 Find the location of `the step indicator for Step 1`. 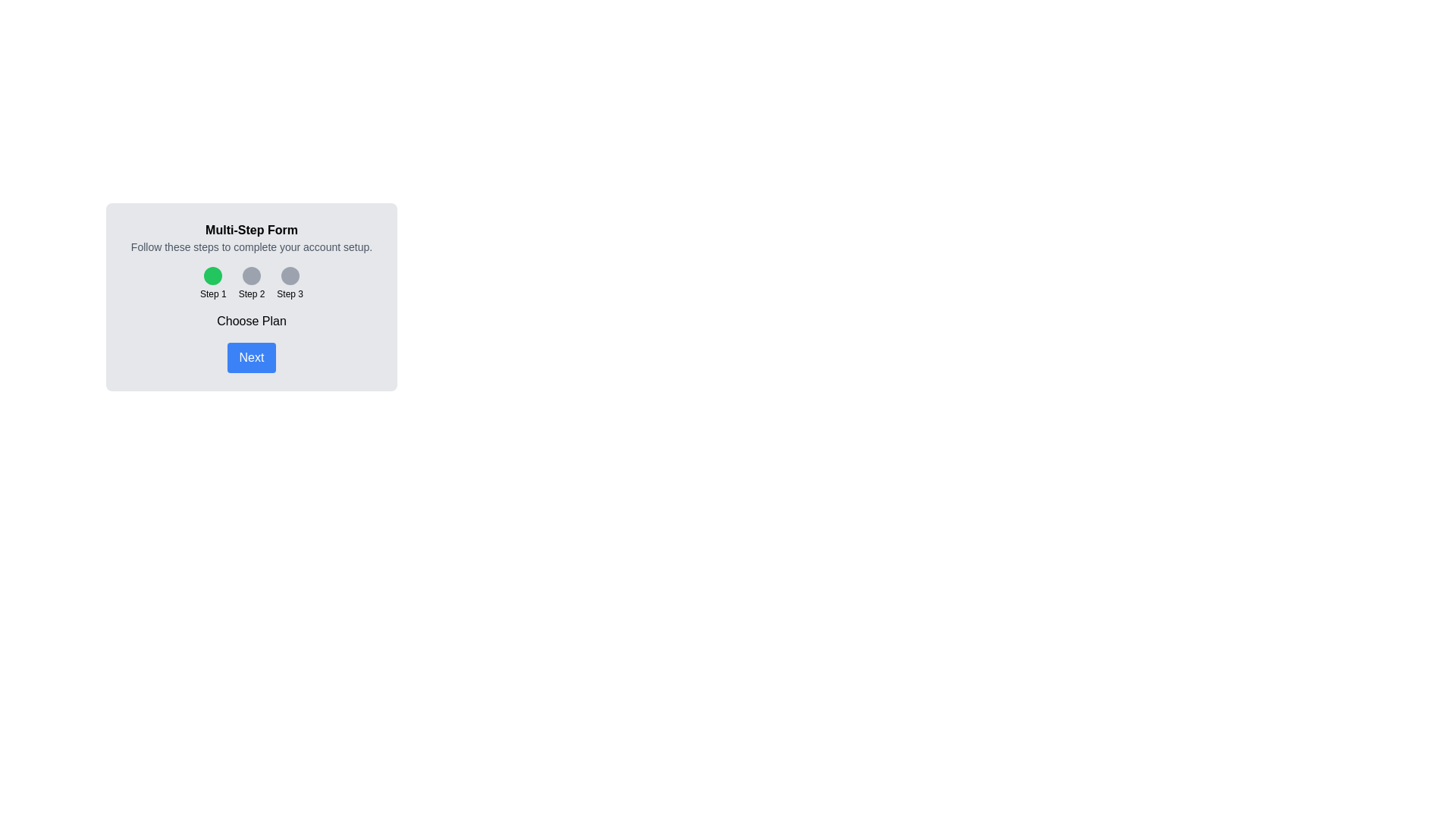

the step indicator for Step 1 is located at coordinates (212, 275).